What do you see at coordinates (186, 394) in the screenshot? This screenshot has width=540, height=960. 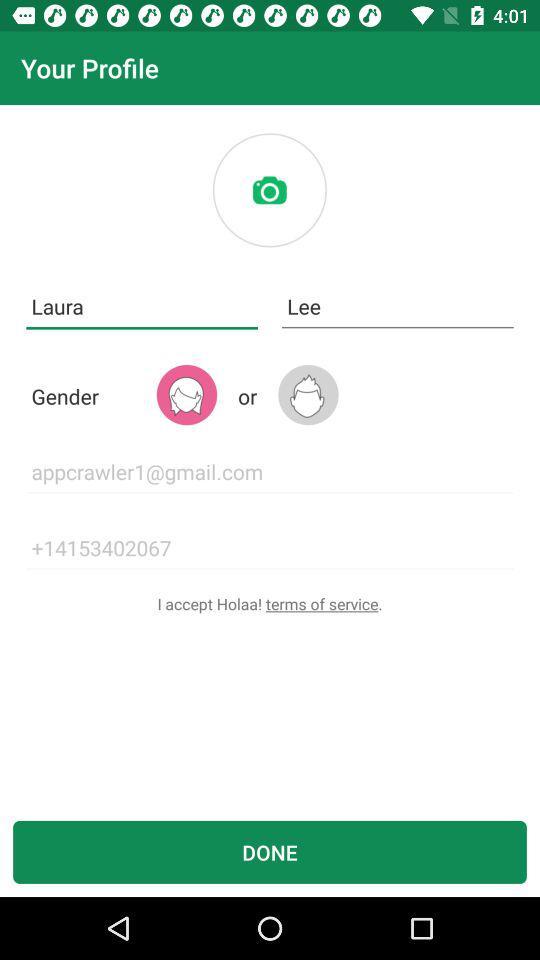 I see `female` at bounding box center [186, 394].